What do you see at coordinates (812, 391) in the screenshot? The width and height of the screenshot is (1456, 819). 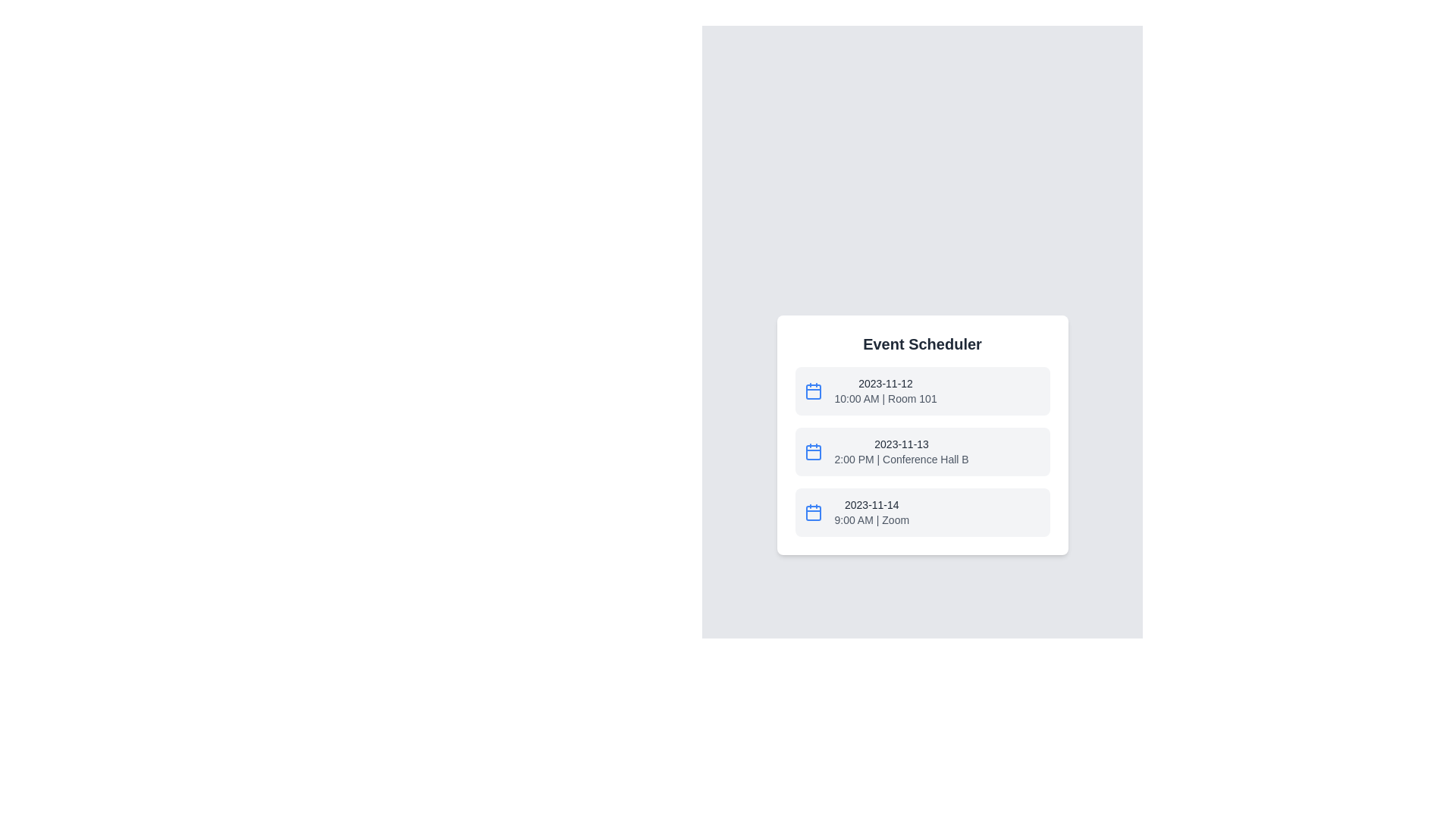 I see `the calendar icon, which is styled with a blue hue and features a modern, minimalistic design, located to the left of the text '2023-11-12 10:00 AM | Room 101'` at bounding box center [812, 391].